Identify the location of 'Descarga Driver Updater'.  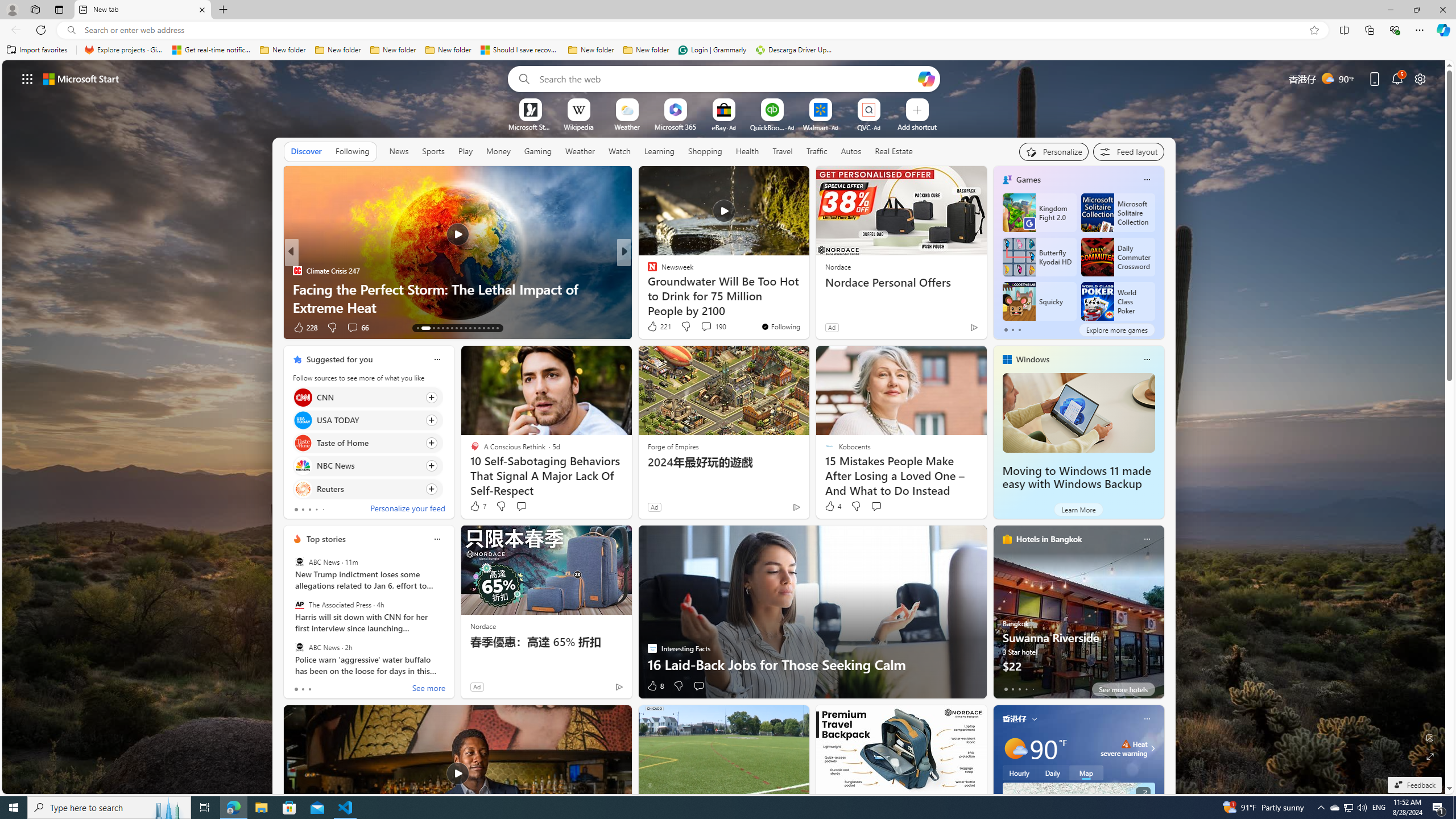
(795, 49).